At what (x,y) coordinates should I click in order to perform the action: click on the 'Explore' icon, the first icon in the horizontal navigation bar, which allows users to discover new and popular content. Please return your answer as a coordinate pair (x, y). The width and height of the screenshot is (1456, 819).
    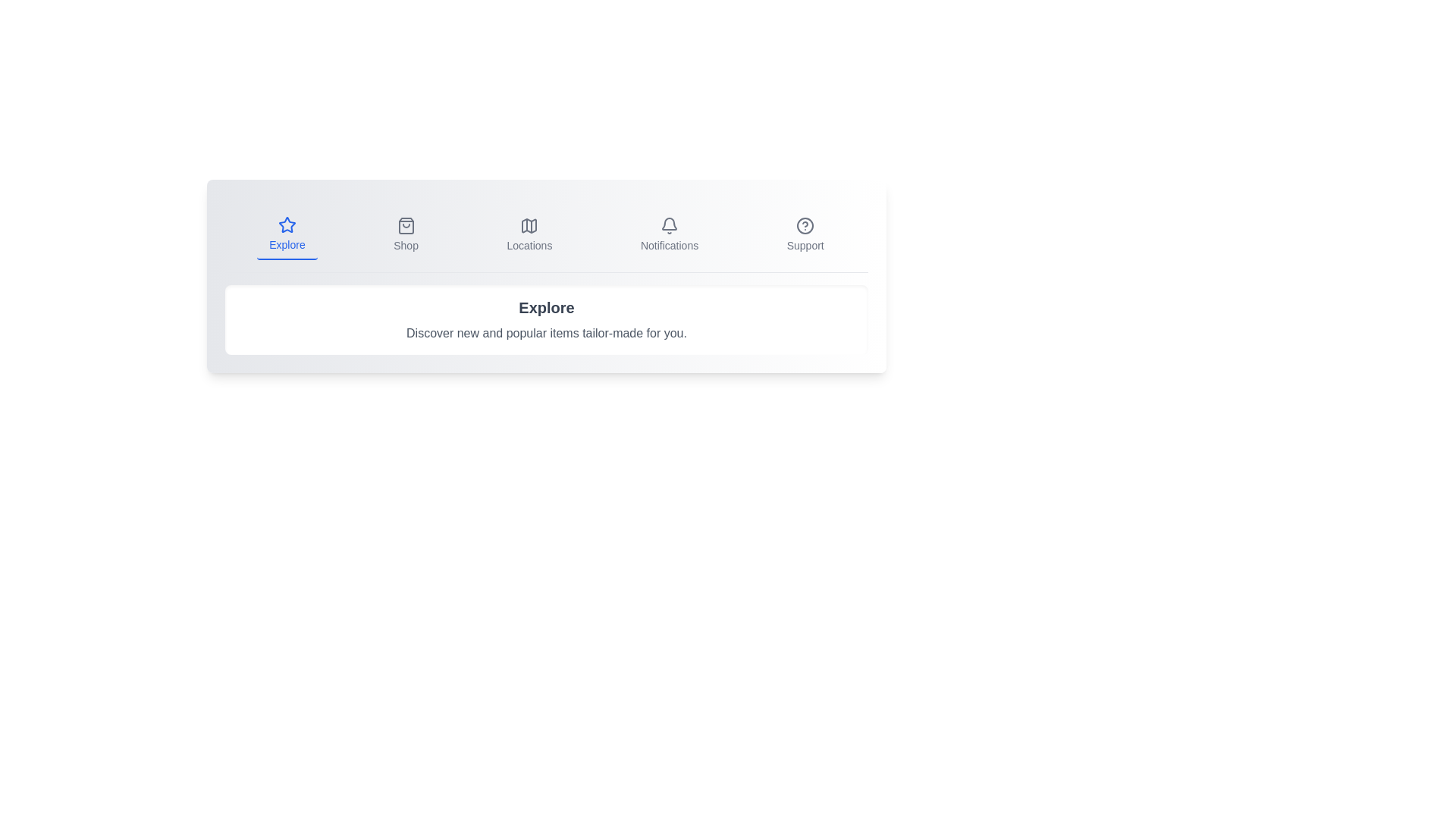
    Looking at the image, I should click on (287, 224).